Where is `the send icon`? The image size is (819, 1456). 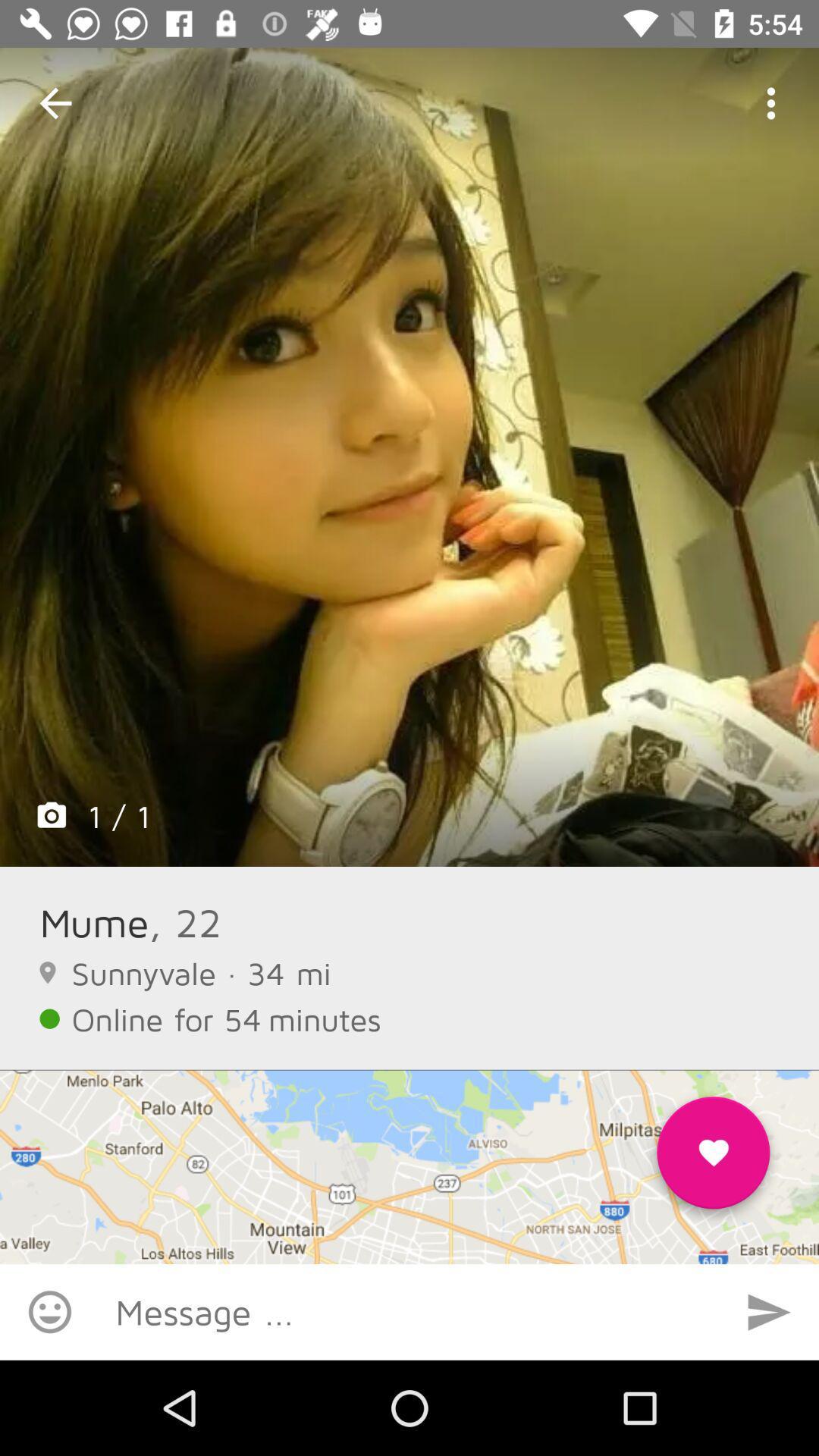
the send icon is located at coordinates (769, 1311).